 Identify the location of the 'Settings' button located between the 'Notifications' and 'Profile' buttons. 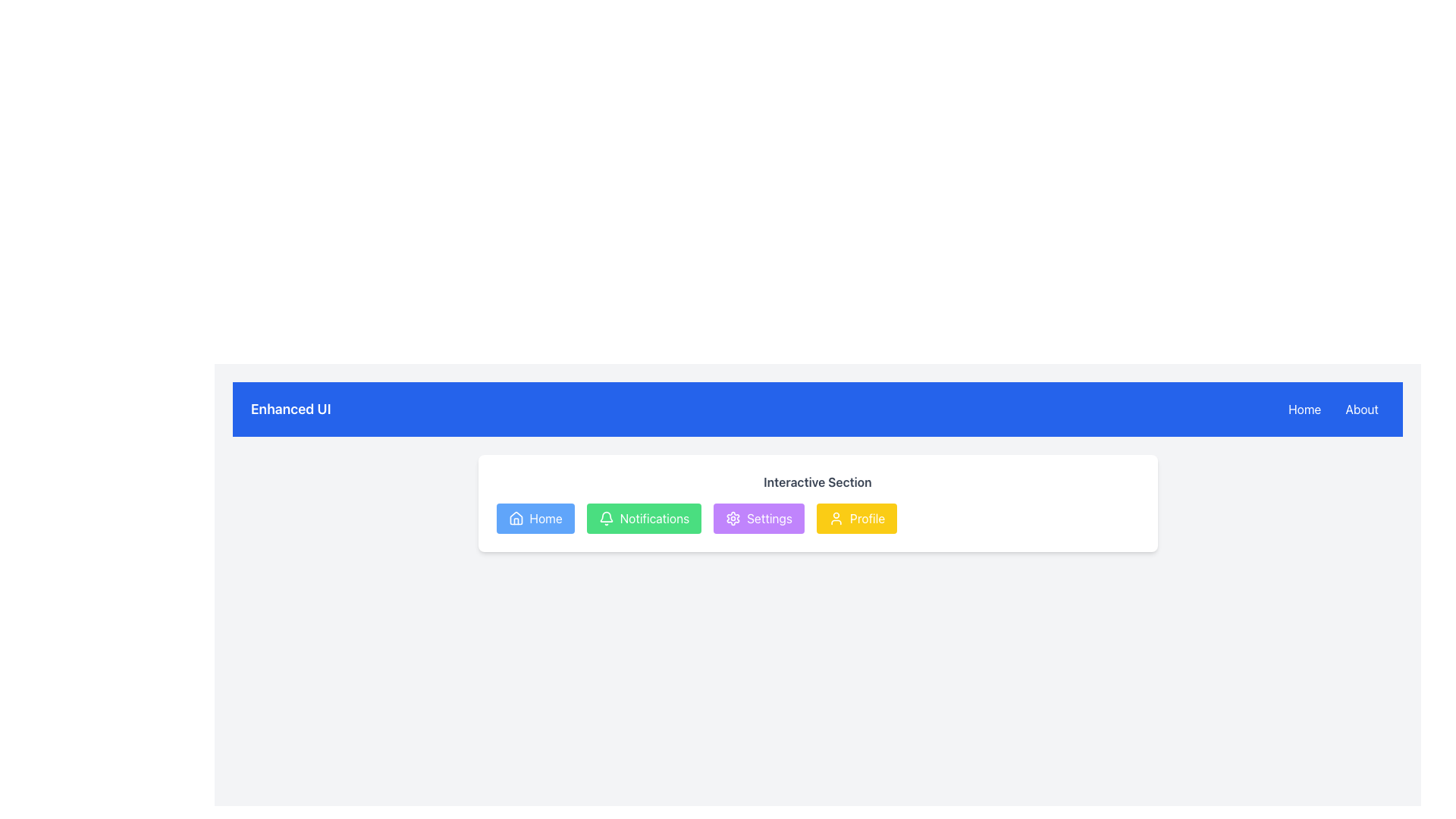
(759, 517).